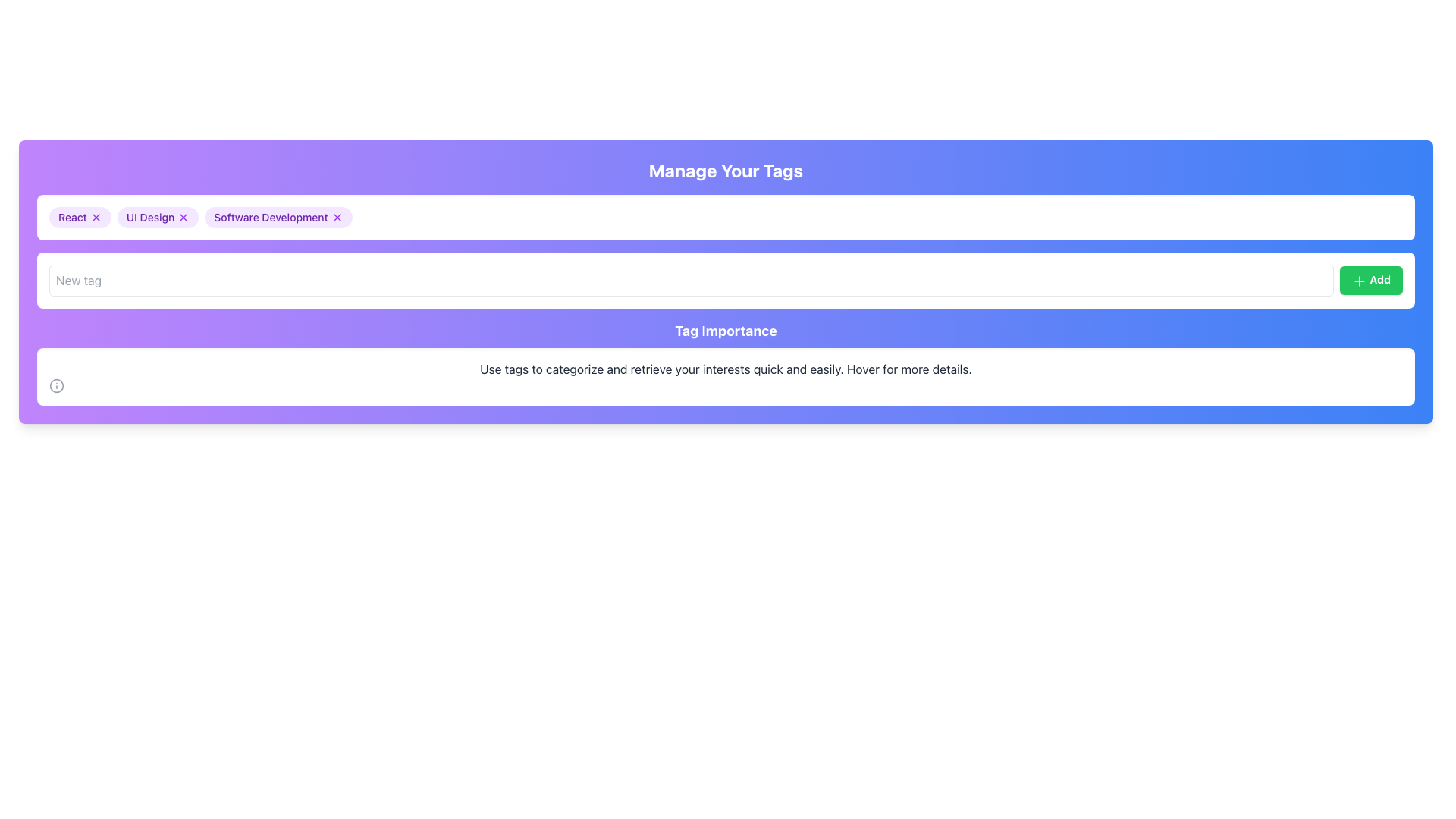 The image size is (1456, 819). What do you see at coordinates (158, 217) in the screenshot?
I see `the second tag labeled 'UI Design'` at bounding box center [158, 217].